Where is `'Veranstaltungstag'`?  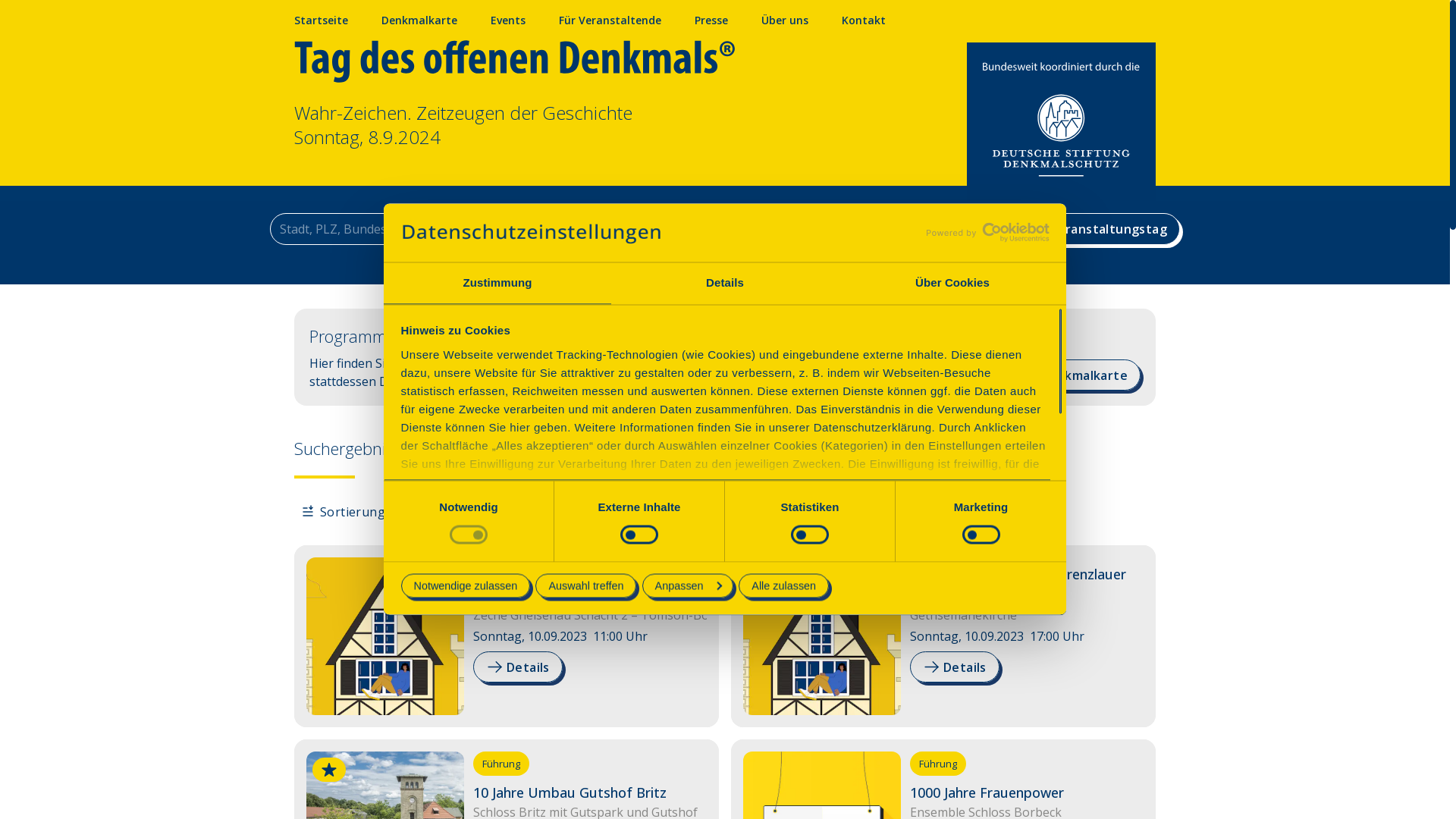
'Veranstaltungstag' is located at coordinates (1018, 228).